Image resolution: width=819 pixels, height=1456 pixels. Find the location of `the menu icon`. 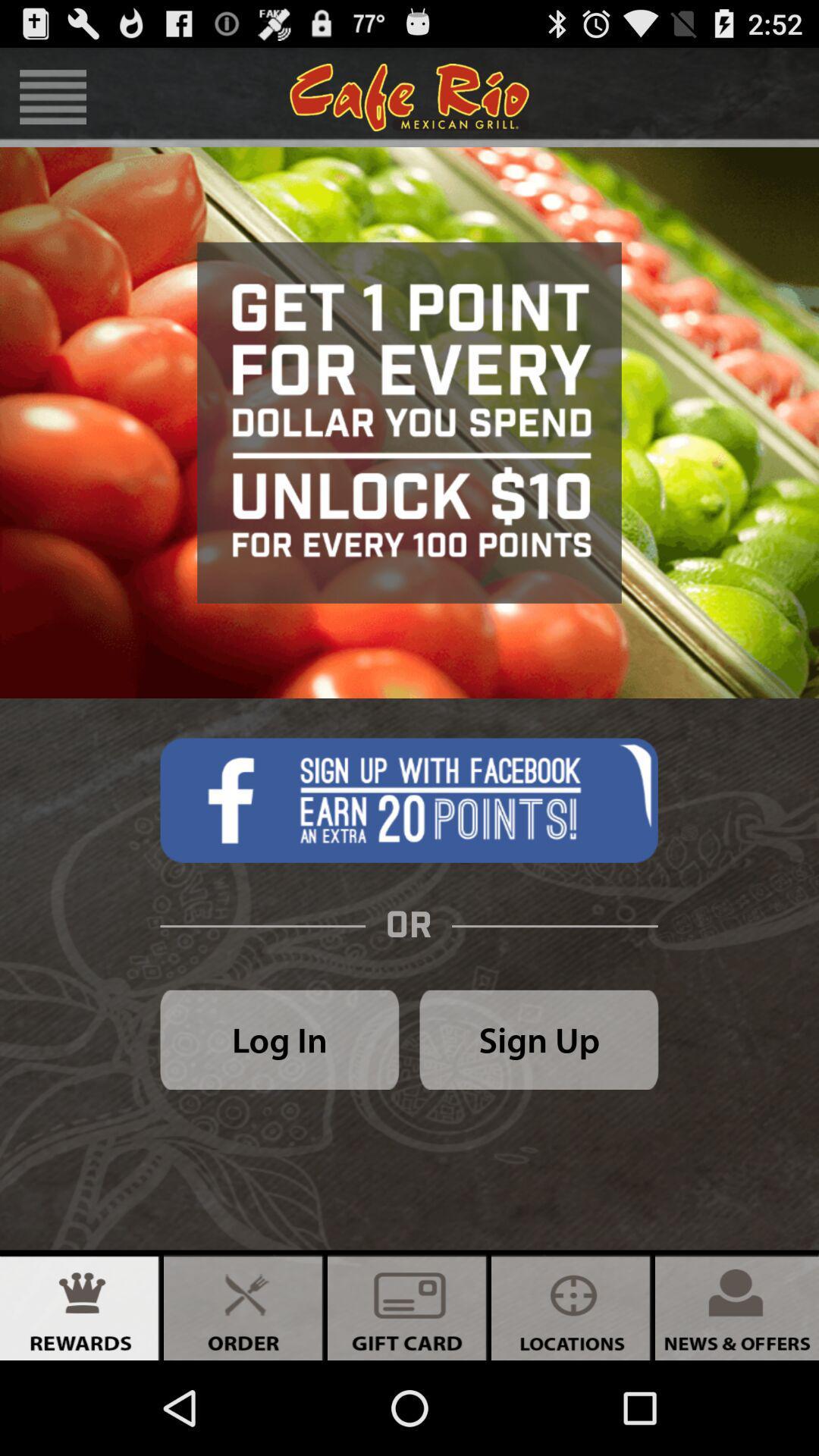

the menu icon is located at coordinates (52, 103).